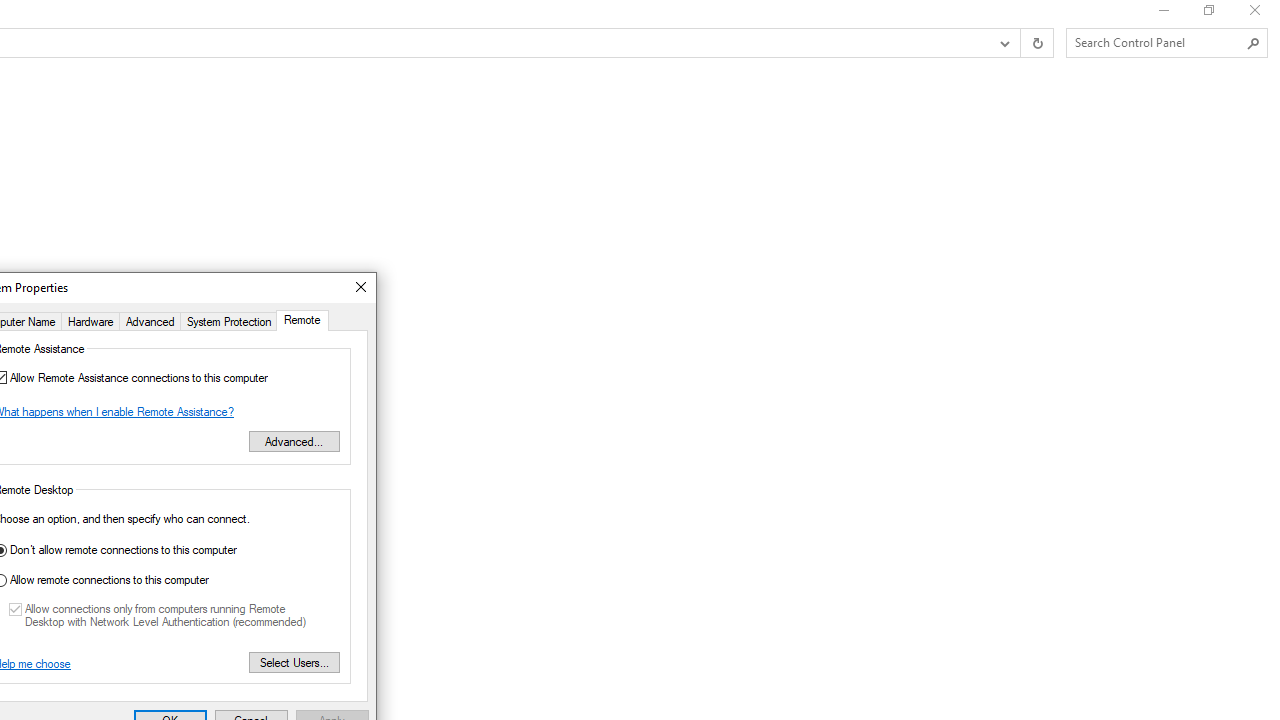 This screenshot has width=1280, height=720. Describe the element at coordinates (229, 319) in the screenshot. I see `'System Protection'` at that location.